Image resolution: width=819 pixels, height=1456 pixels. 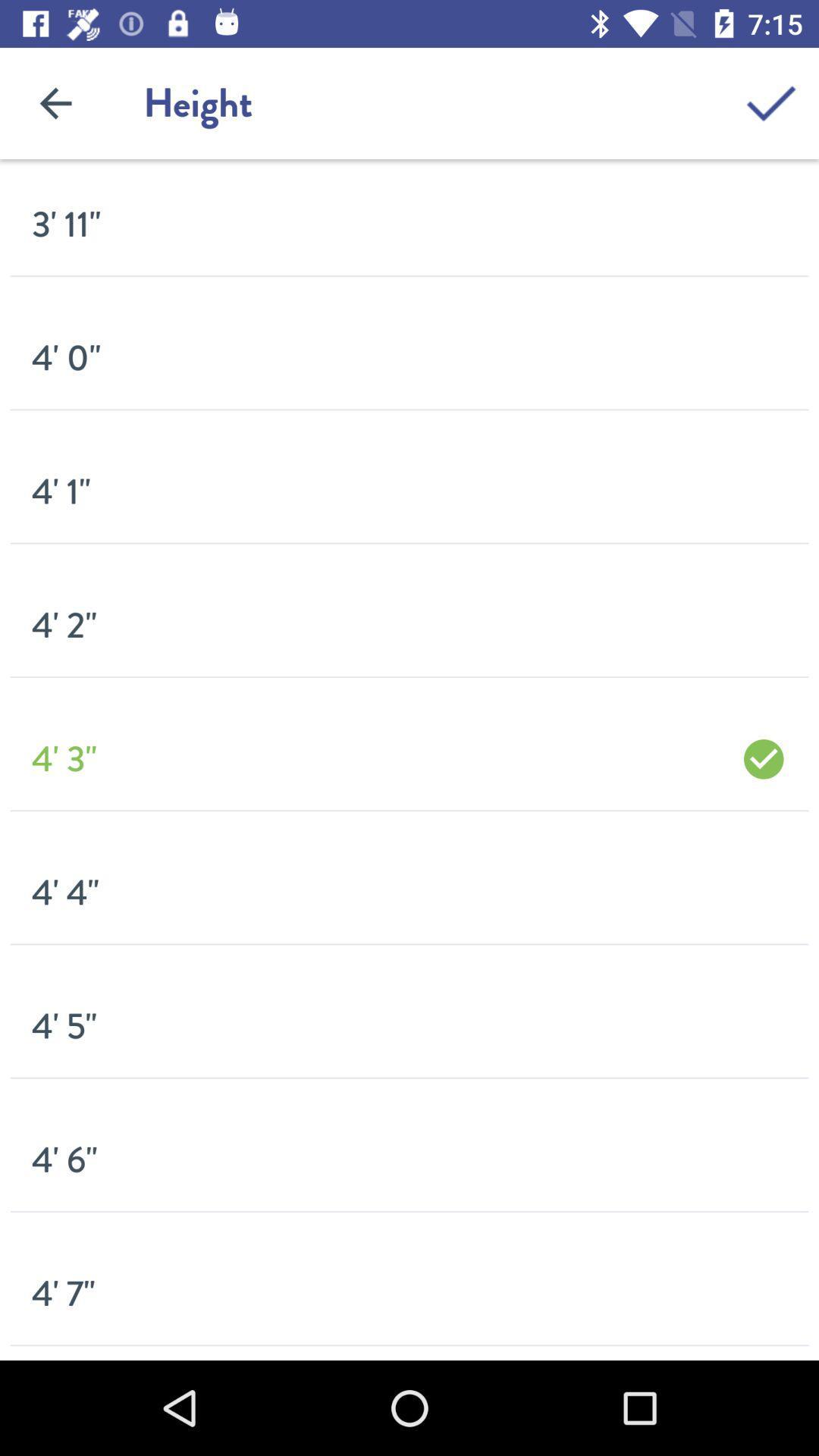 I want to click on item to the left of the height icon, so click(x=55, y=102).